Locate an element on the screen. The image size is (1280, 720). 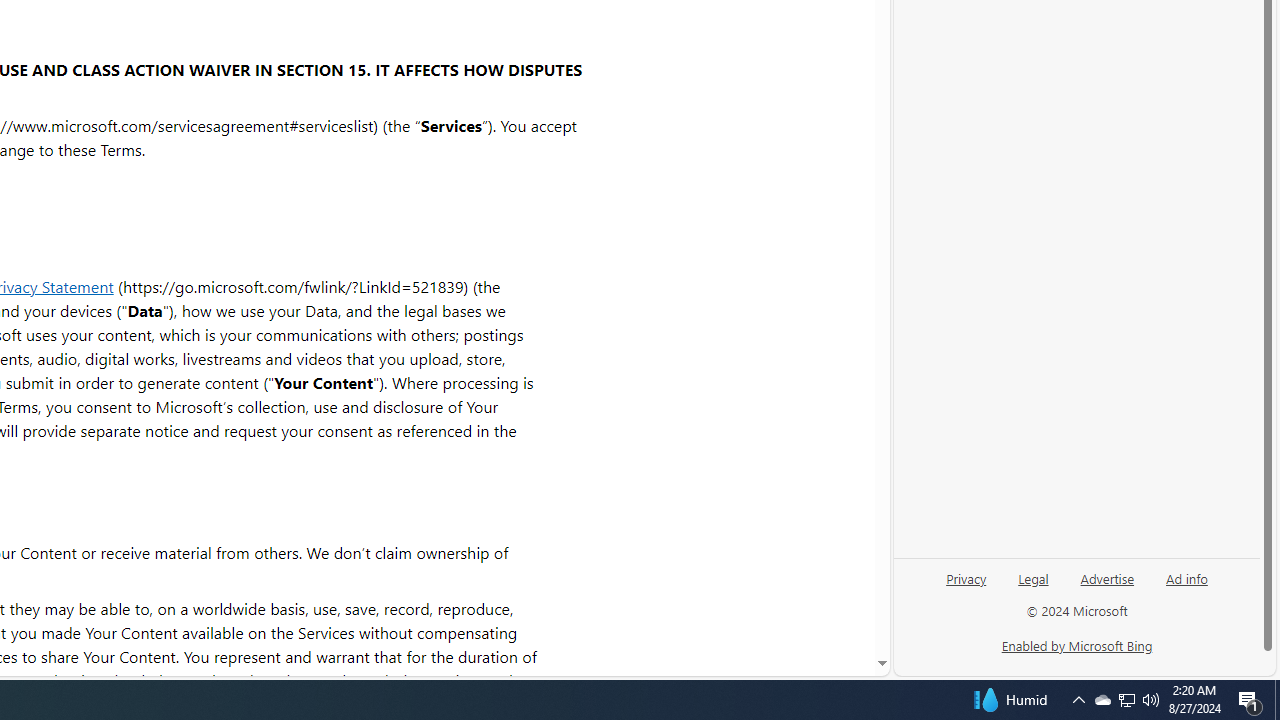
'Privacy' is located at coordinates (966, 577).